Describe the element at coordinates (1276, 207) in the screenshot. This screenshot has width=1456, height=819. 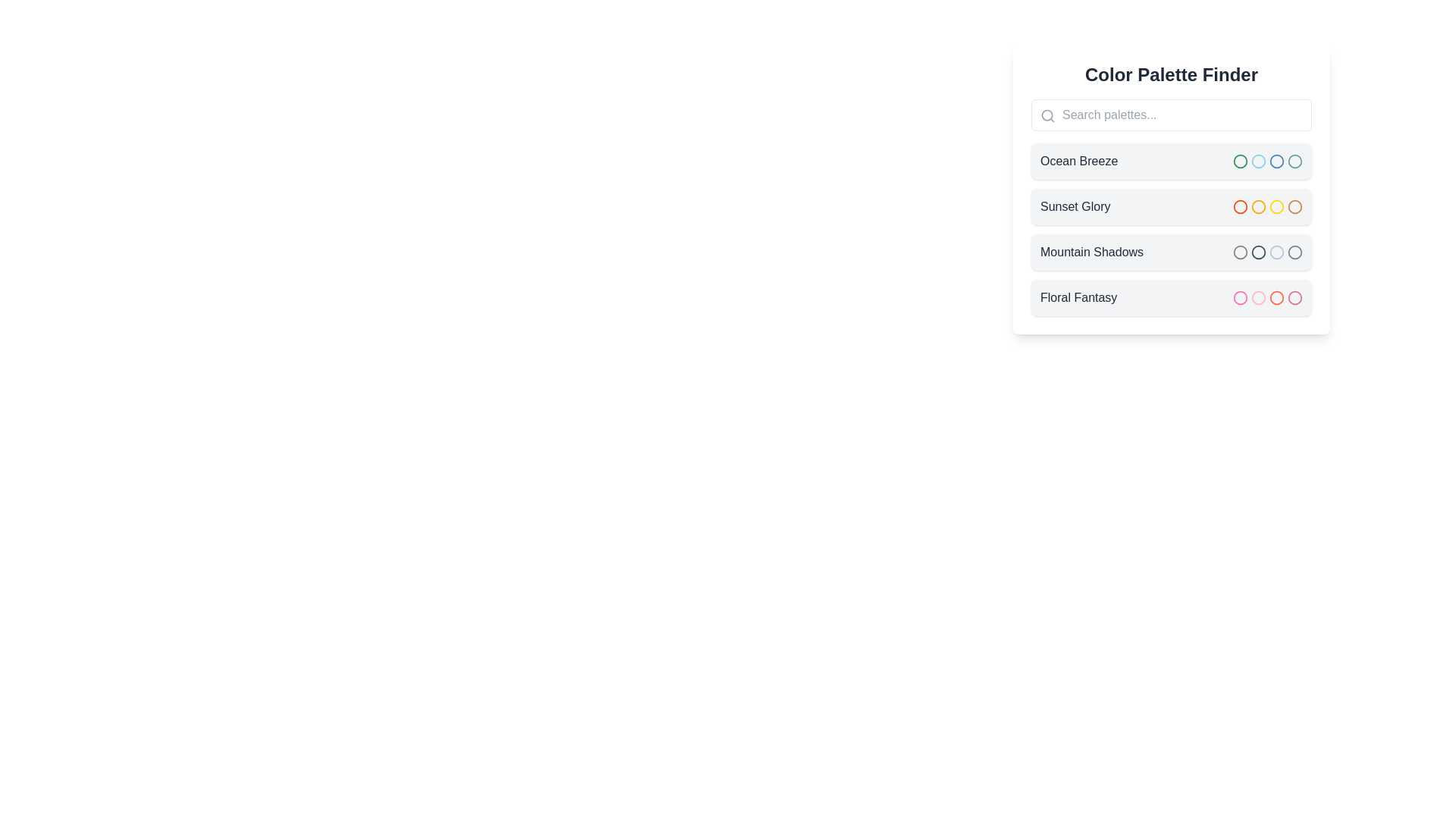
I see `the third circle in the row of circular icons within the 'Sunset Glory' color palette` at that location.